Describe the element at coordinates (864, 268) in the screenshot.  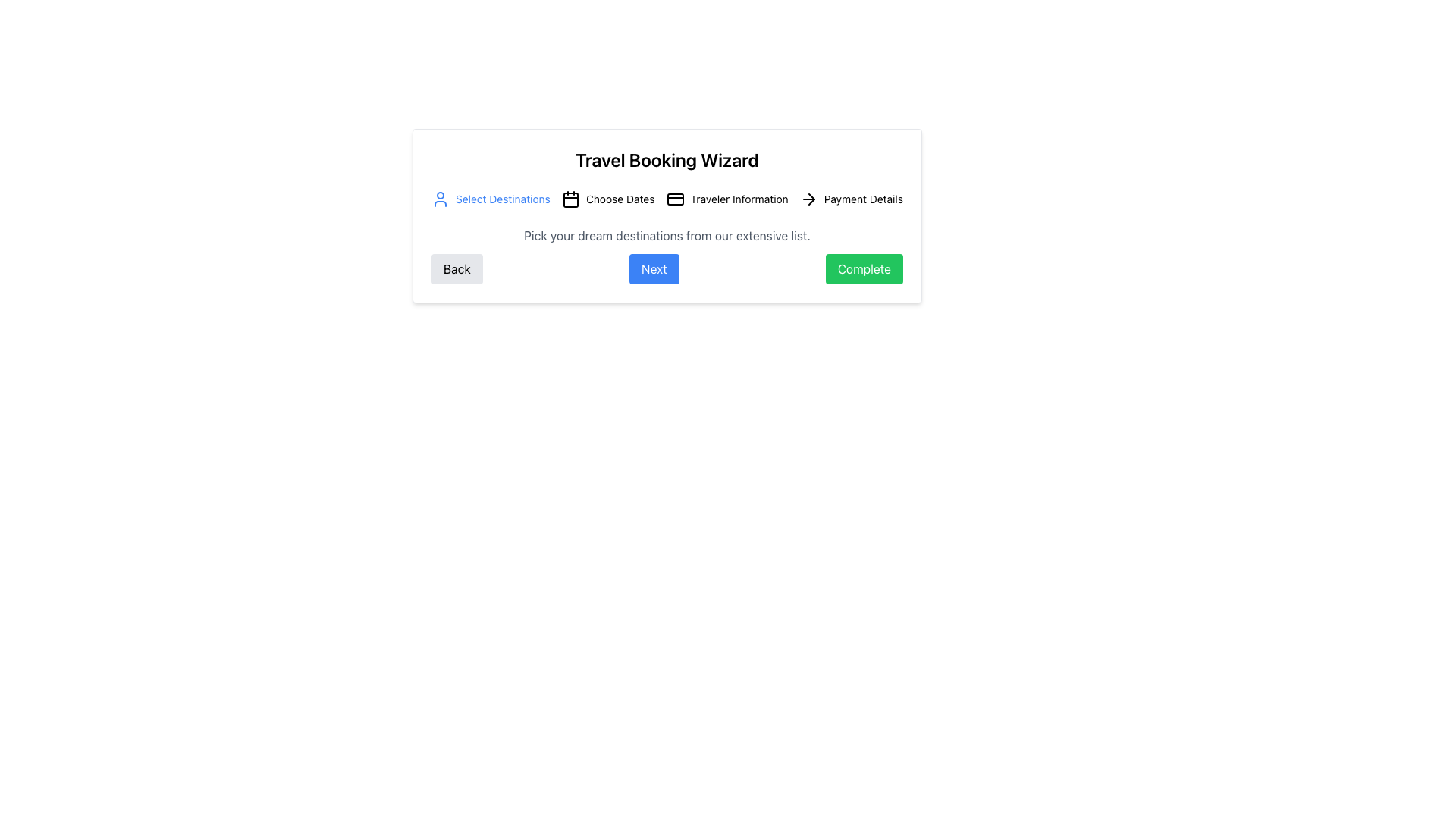
I see `the green button labeled 'Complete' located at the bottom of the 'Travel Booking Wizard' section to finalize the process` at that location.